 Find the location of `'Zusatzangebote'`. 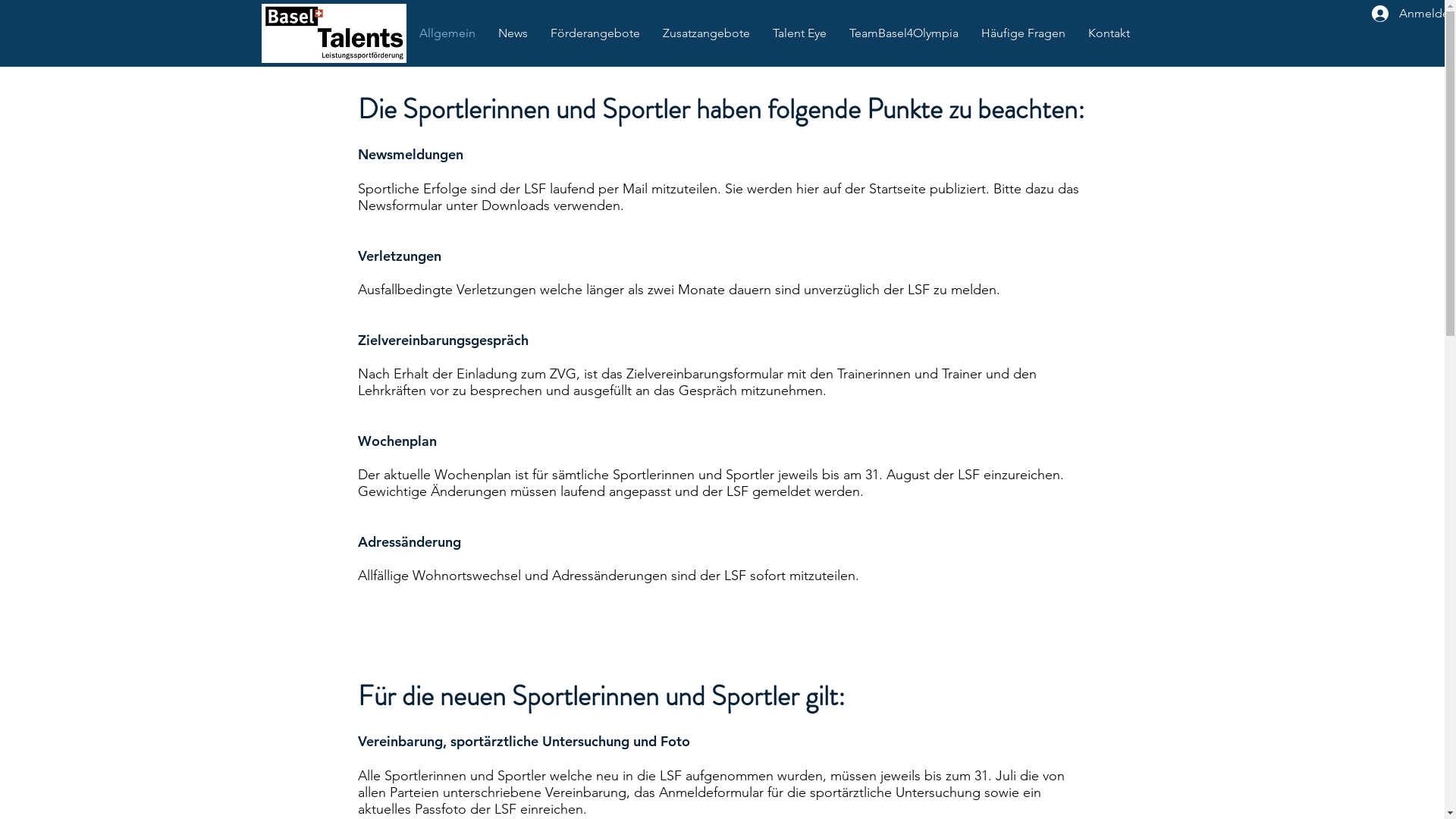

'Zusatzangebote' is located at coordinates (704, 33).